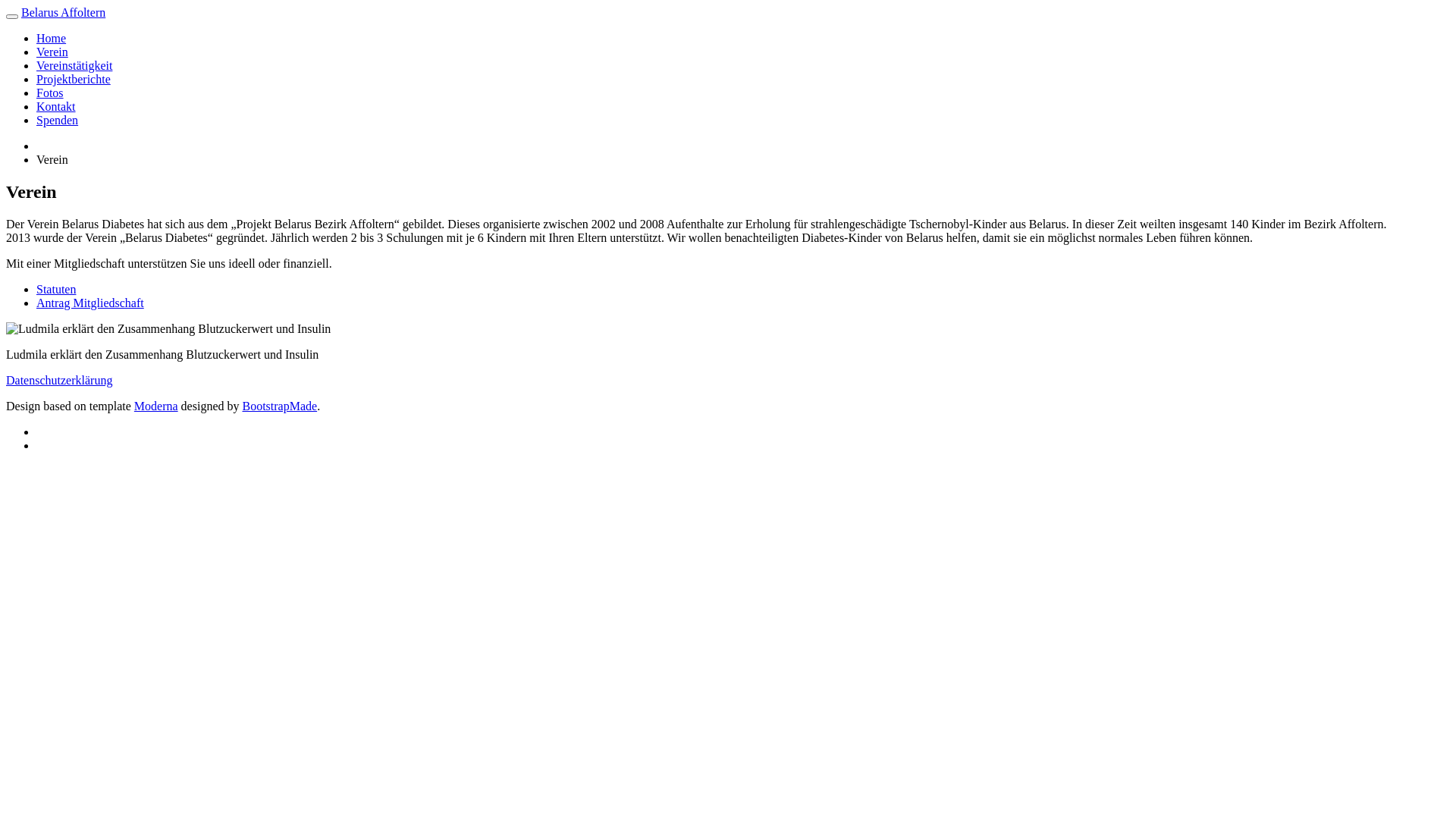 Image resolution: width=1456 pixels, height=819 pixels. What do you see at coordinates (50, 93) in the screenshot?
I see `'Fotos'` at bounding box center [50, 93].